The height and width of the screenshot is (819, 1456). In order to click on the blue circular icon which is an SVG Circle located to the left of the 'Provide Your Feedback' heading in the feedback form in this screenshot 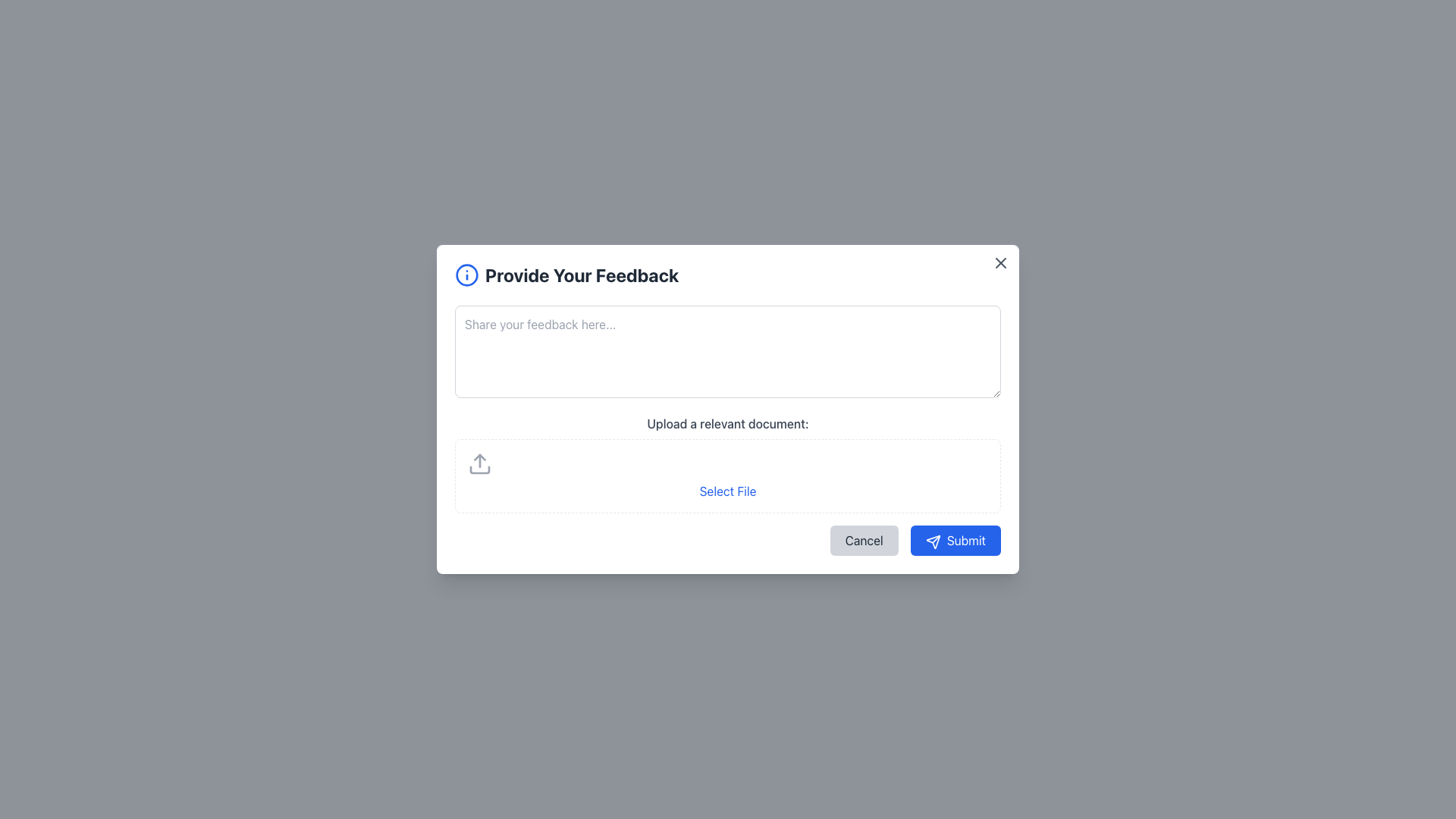, I will do `click(466, 275)`.